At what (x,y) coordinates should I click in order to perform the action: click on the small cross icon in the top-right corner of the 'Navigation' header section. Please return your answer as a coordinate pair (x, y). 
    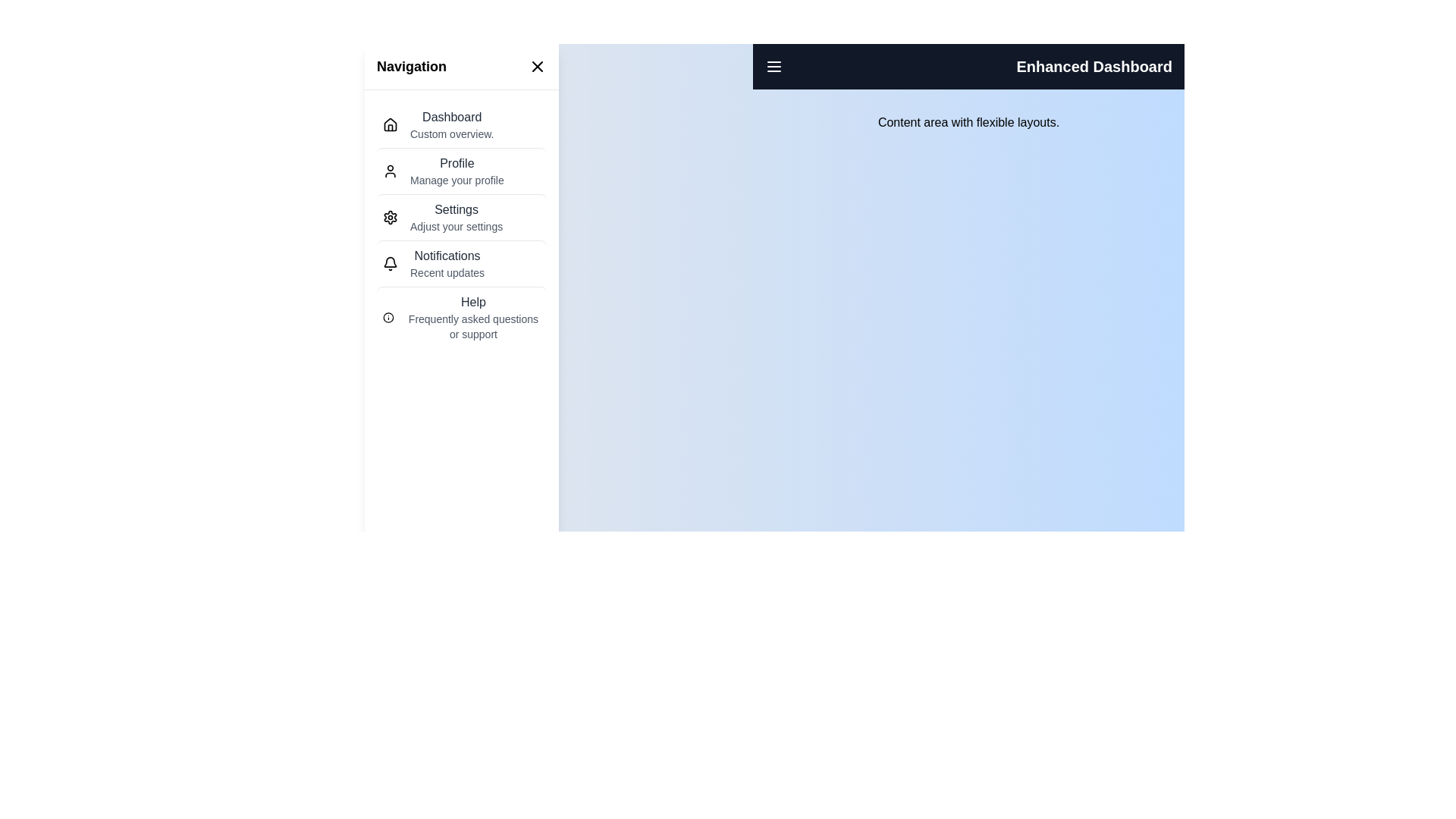
    Looking at the image, I should click on (538, 66).